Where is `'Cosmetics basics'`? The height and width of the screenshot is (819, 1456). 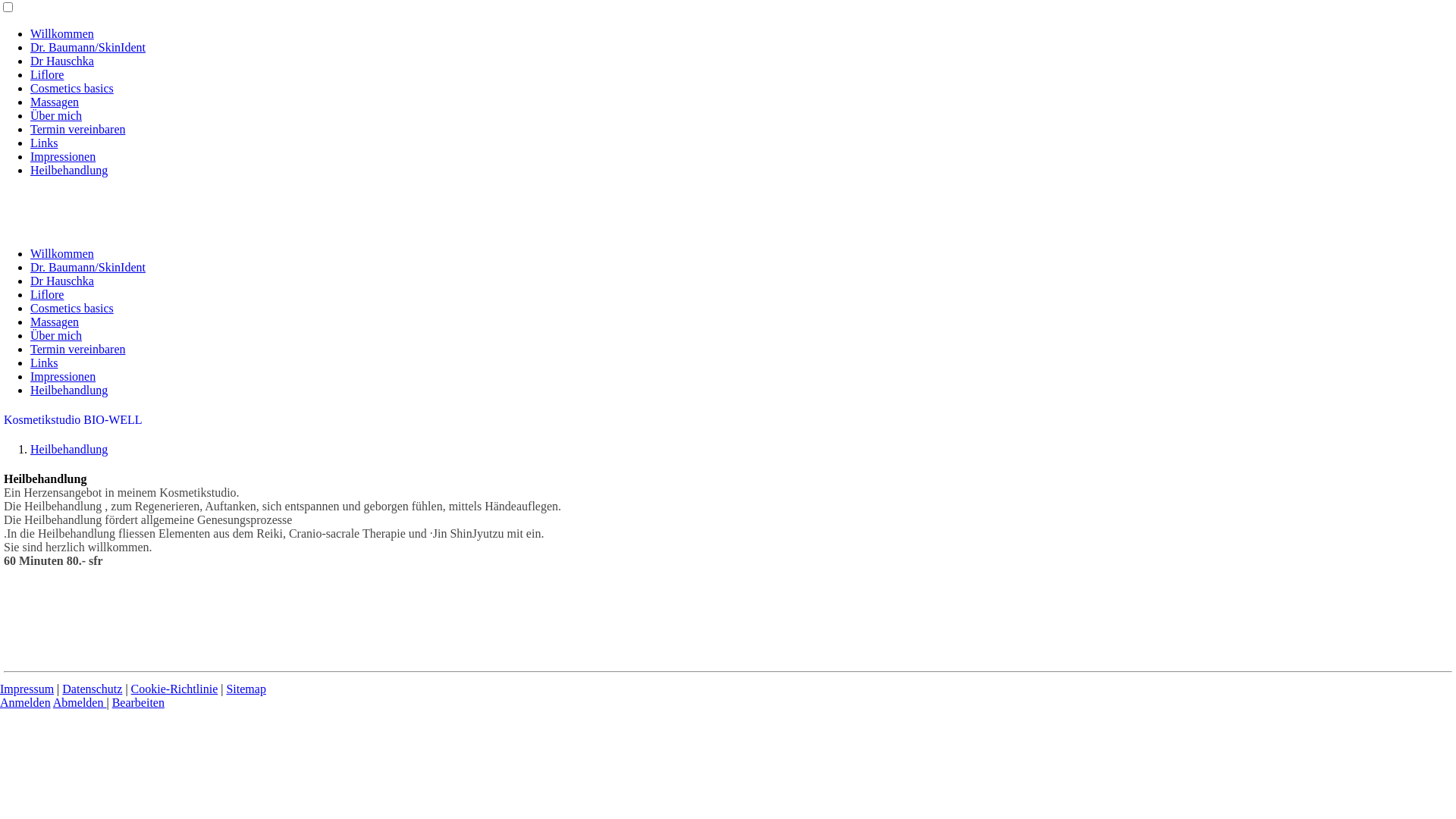 'Cosmetics basics' is located at coordinates (71, 88).